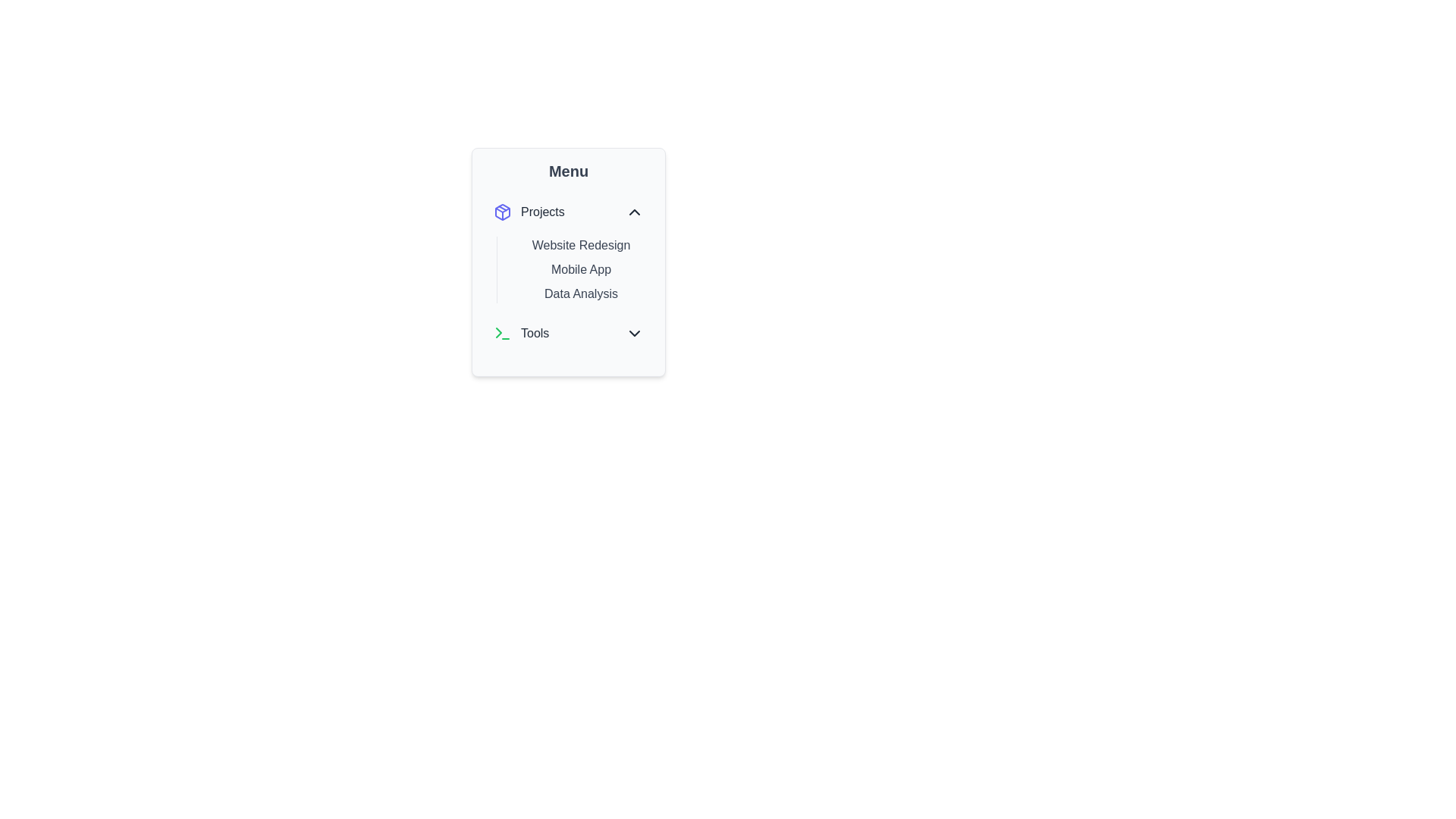 This screenshot has width=1456, height=819. What do you see at coordinates (580, 245) in the screenshot?
I see `the text label displaying 'Website Redesign' located under the 'Projects' section in the 'Menu'` at bounding box center [580, 245].